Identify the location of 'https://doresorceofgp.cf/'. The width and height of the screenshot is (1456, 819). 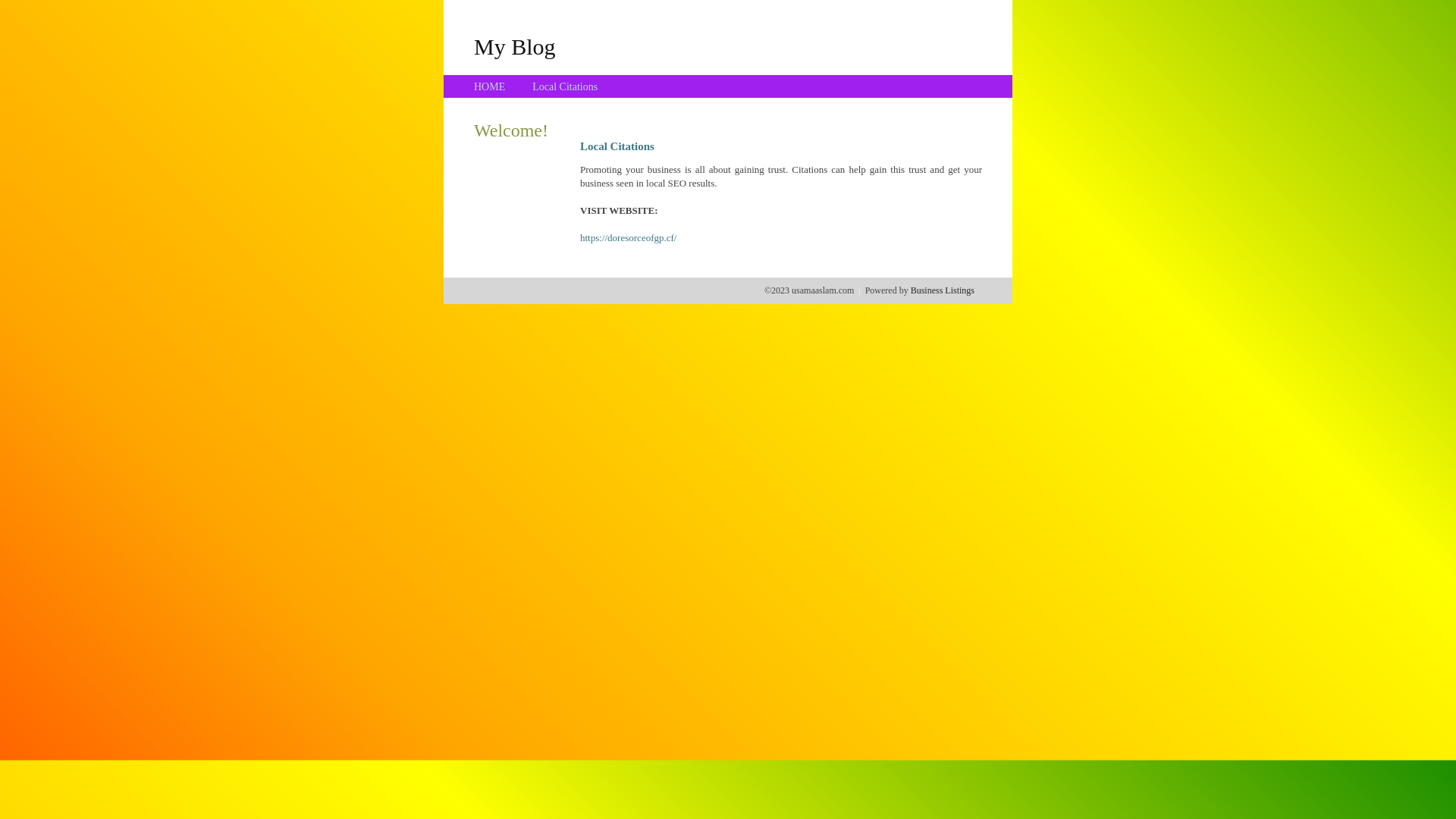
(579, 237).